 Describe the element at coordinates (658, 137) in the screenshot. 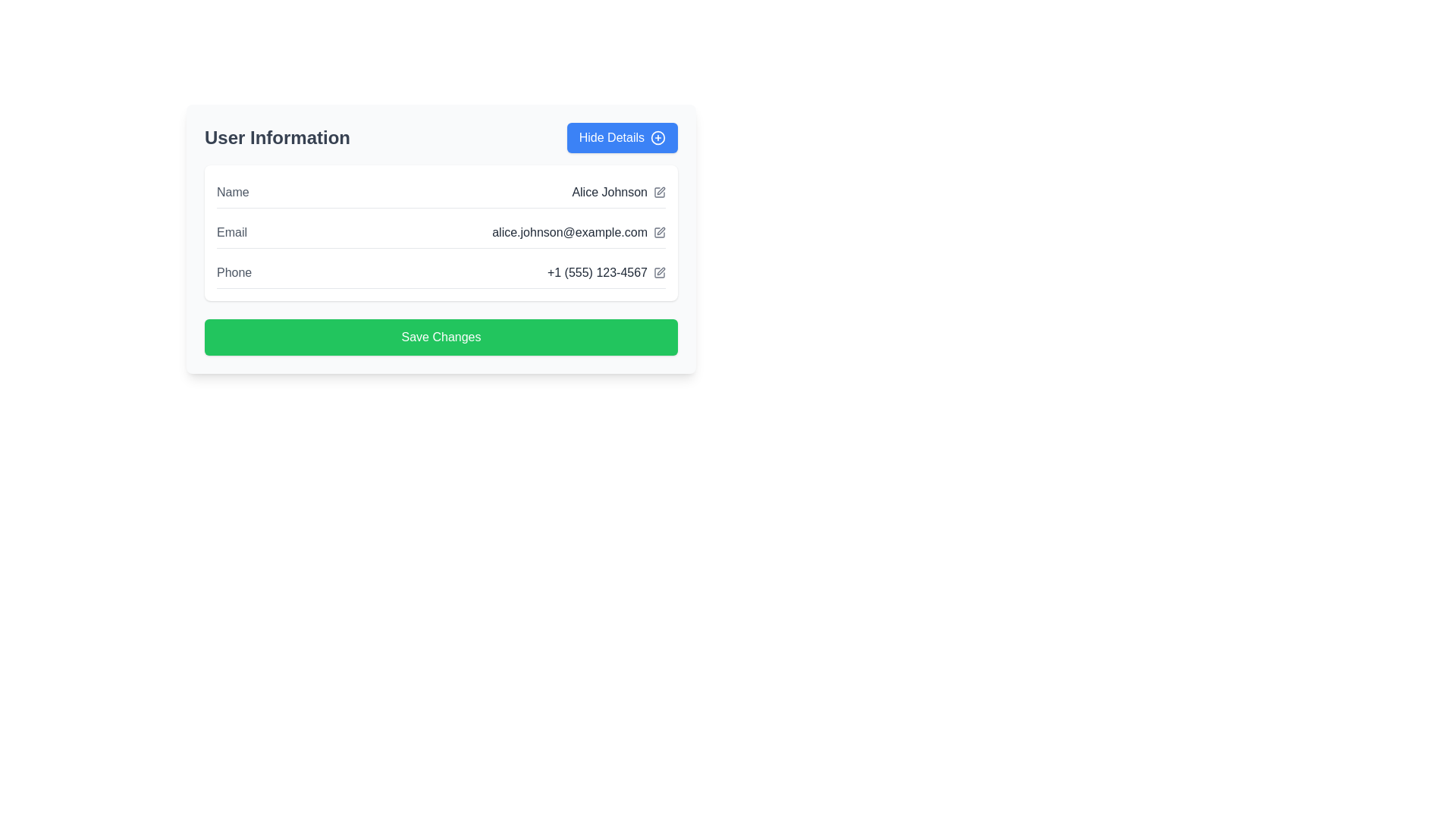

I see `the circular boundary component of the plus icon located next to the 'Hide Details' button in the upper section of the user interface` at that location.